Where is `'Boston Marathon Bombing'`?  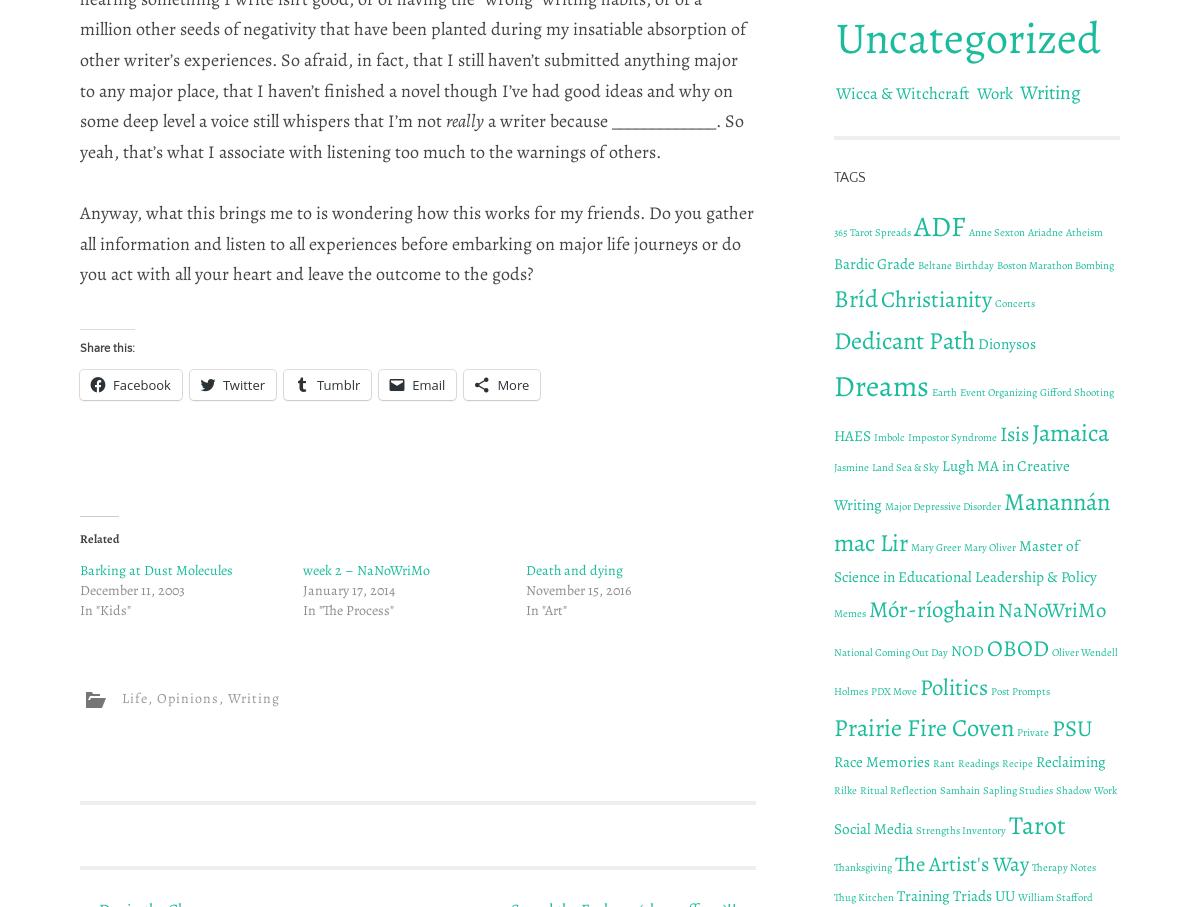 'Boston Marathon Bombing' is located at coordinates (1054, 264).